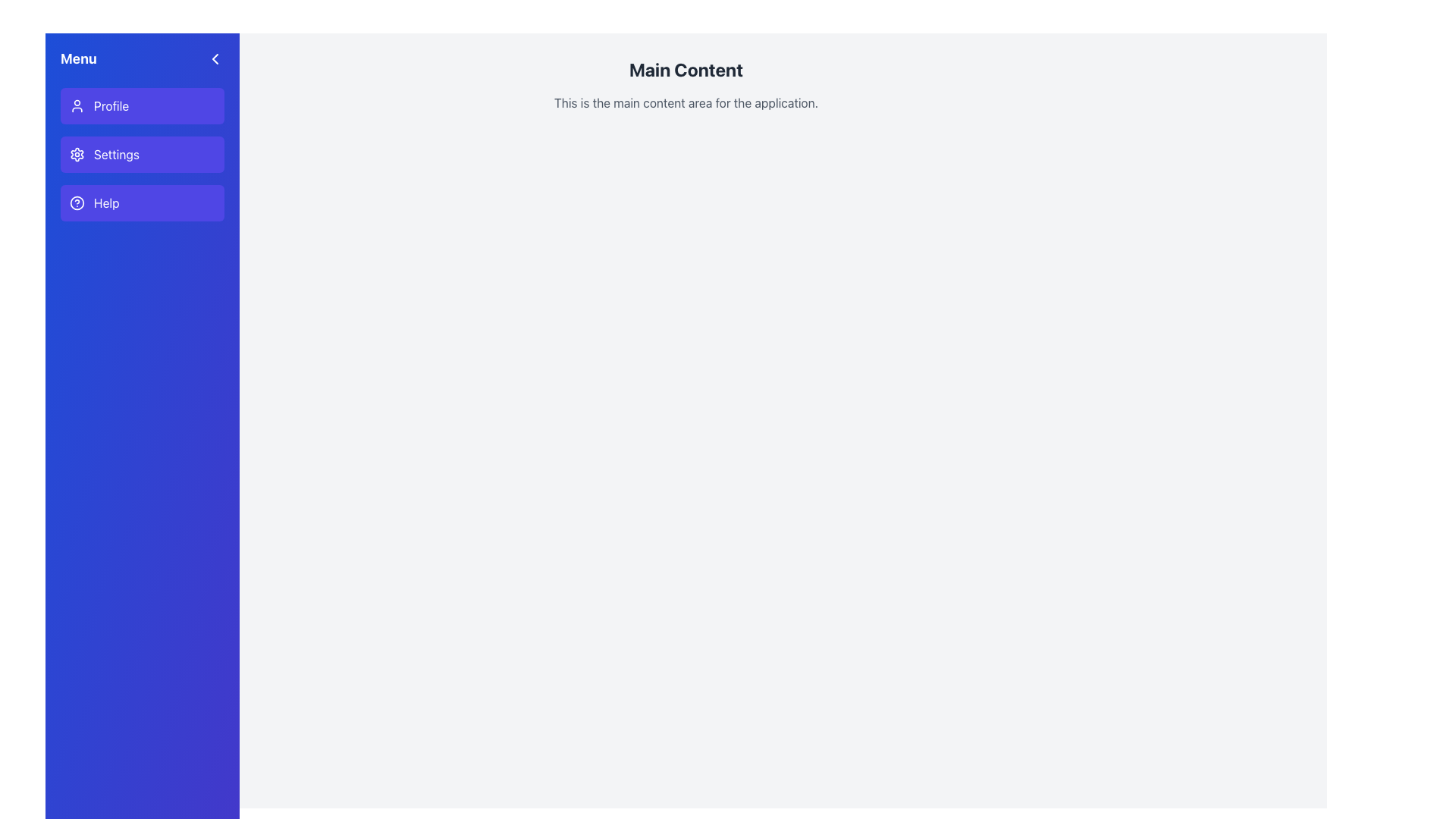 This screenshot has width=1456, height=819. I want to click on the navigation button located in the top-left of the sidebar menu, so click(142, 105).